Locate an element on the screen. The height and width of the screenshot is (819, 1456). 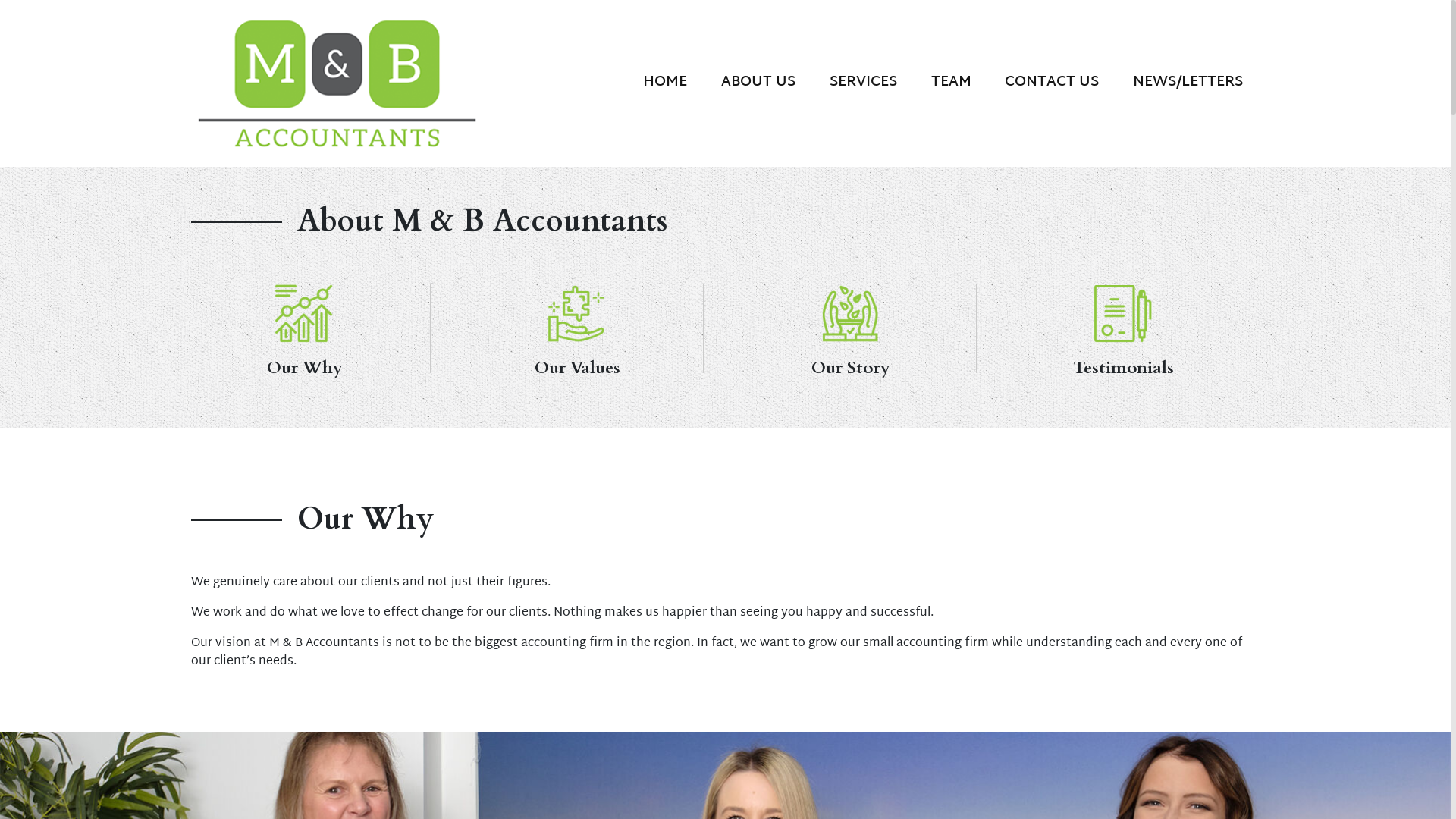
'Our Values' is located at coordinates (577, 312).